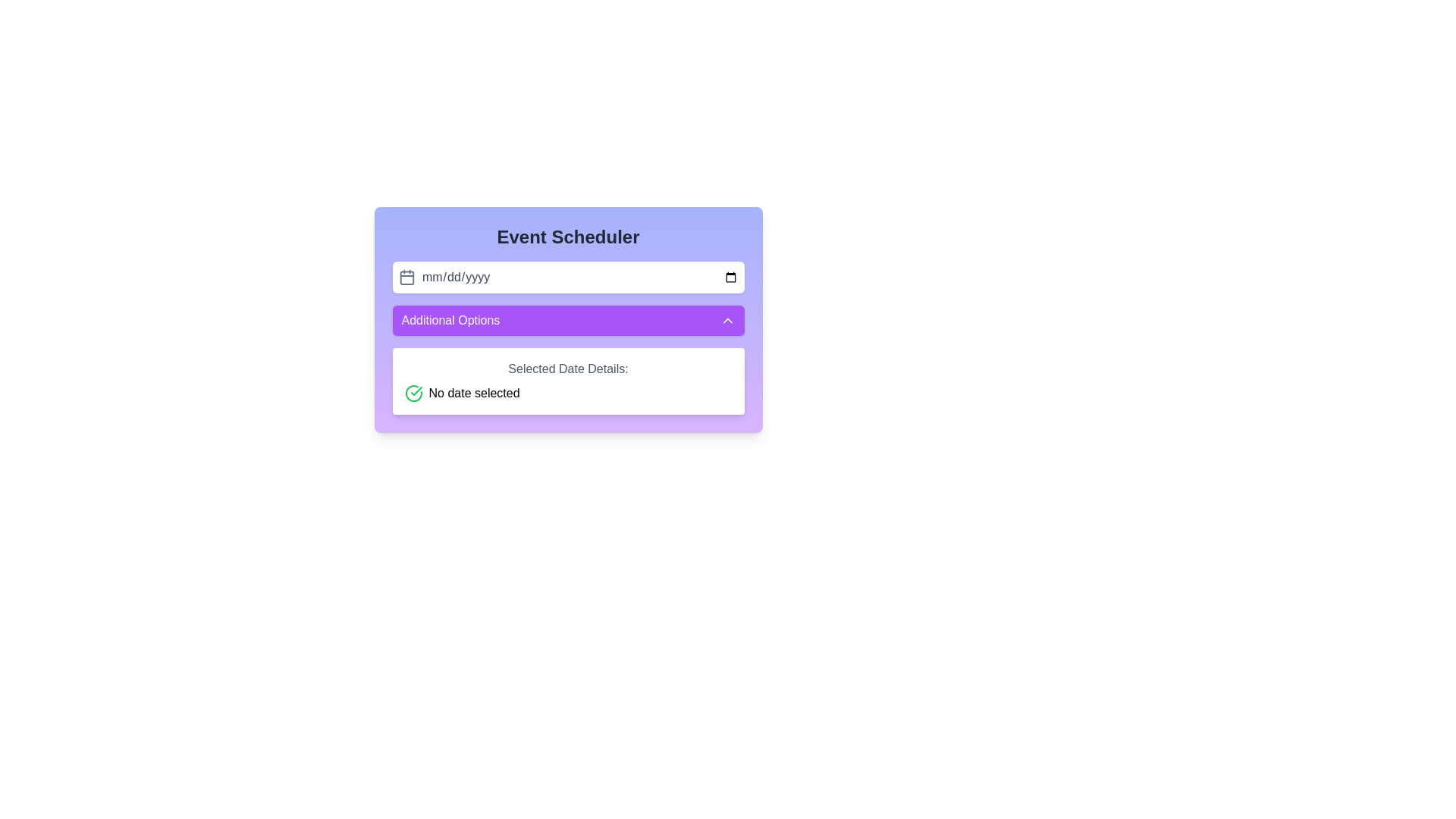  Describe the element at coordinates (450, 320) in the screenshot. I see `the Text Label in the 'Event Scheduler' interface that indicates the purpose of the expandable section, located to the left of an upward chevron icon` at that location.